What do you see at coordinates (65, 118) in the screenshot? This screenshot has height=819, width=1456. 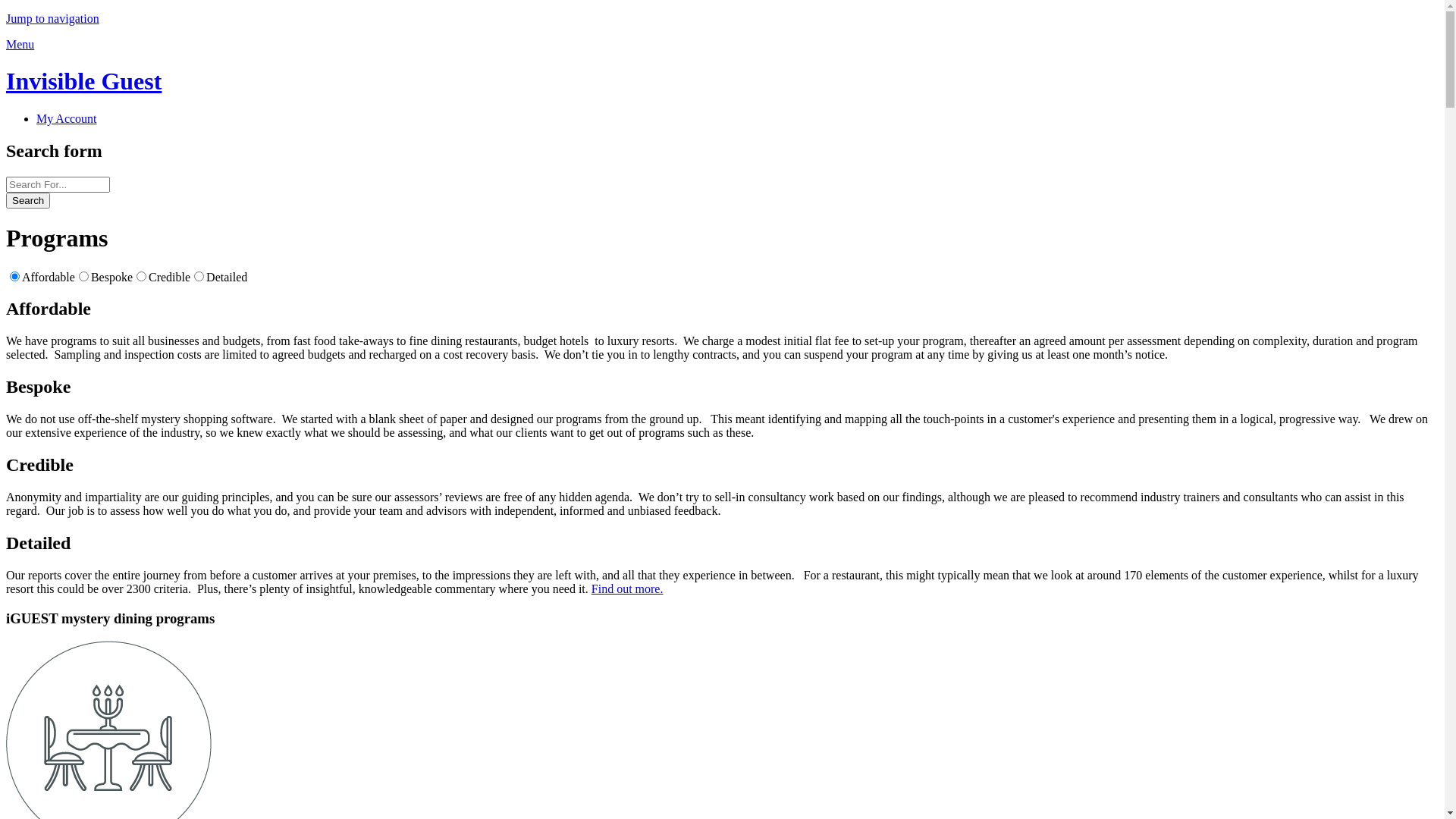 I see `'My Account'` at bounding box center [65, 118].